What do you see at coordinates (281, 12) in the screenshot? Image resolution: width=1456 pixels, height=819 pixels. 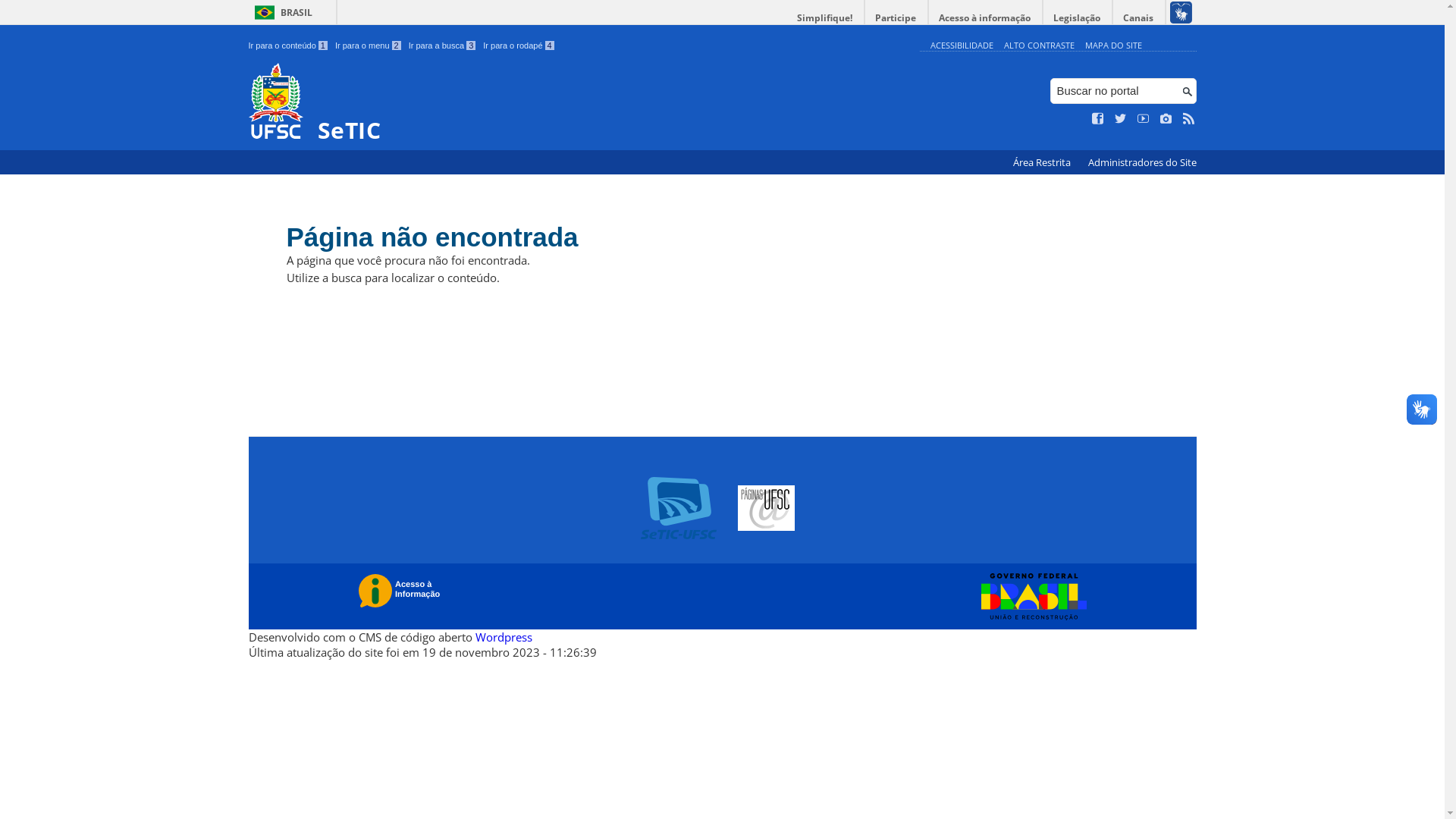 I see `'BRASIL'` at bounding box center [281, 12].